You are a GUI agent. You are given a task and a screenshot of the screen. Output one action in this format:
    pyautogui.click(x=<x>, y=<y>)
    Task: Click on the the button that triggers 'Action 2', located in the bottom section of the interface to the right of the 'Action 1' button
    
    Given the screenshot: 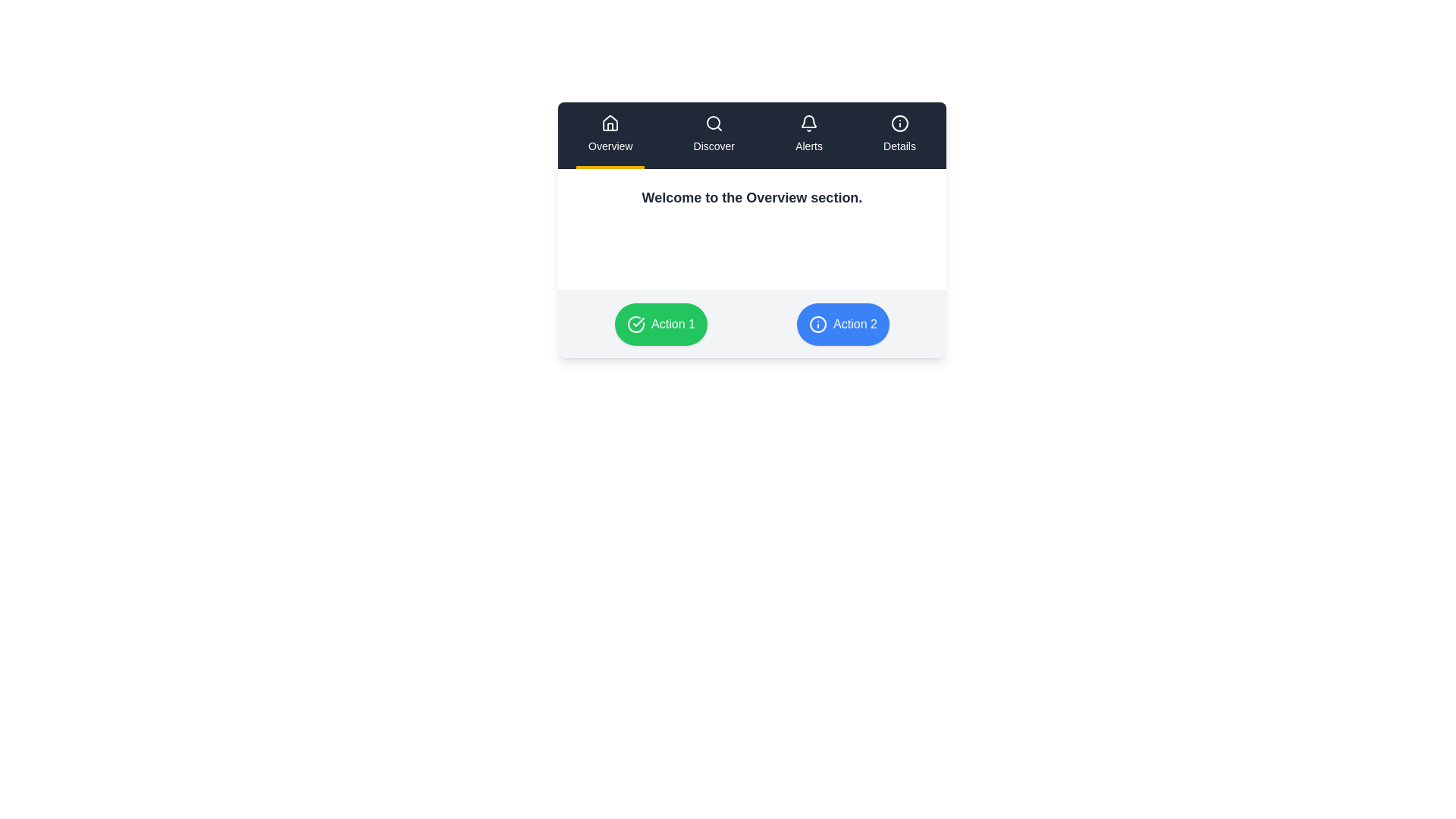 What is the action you would take?
    pyautogui.click(x=843, y=324)
    